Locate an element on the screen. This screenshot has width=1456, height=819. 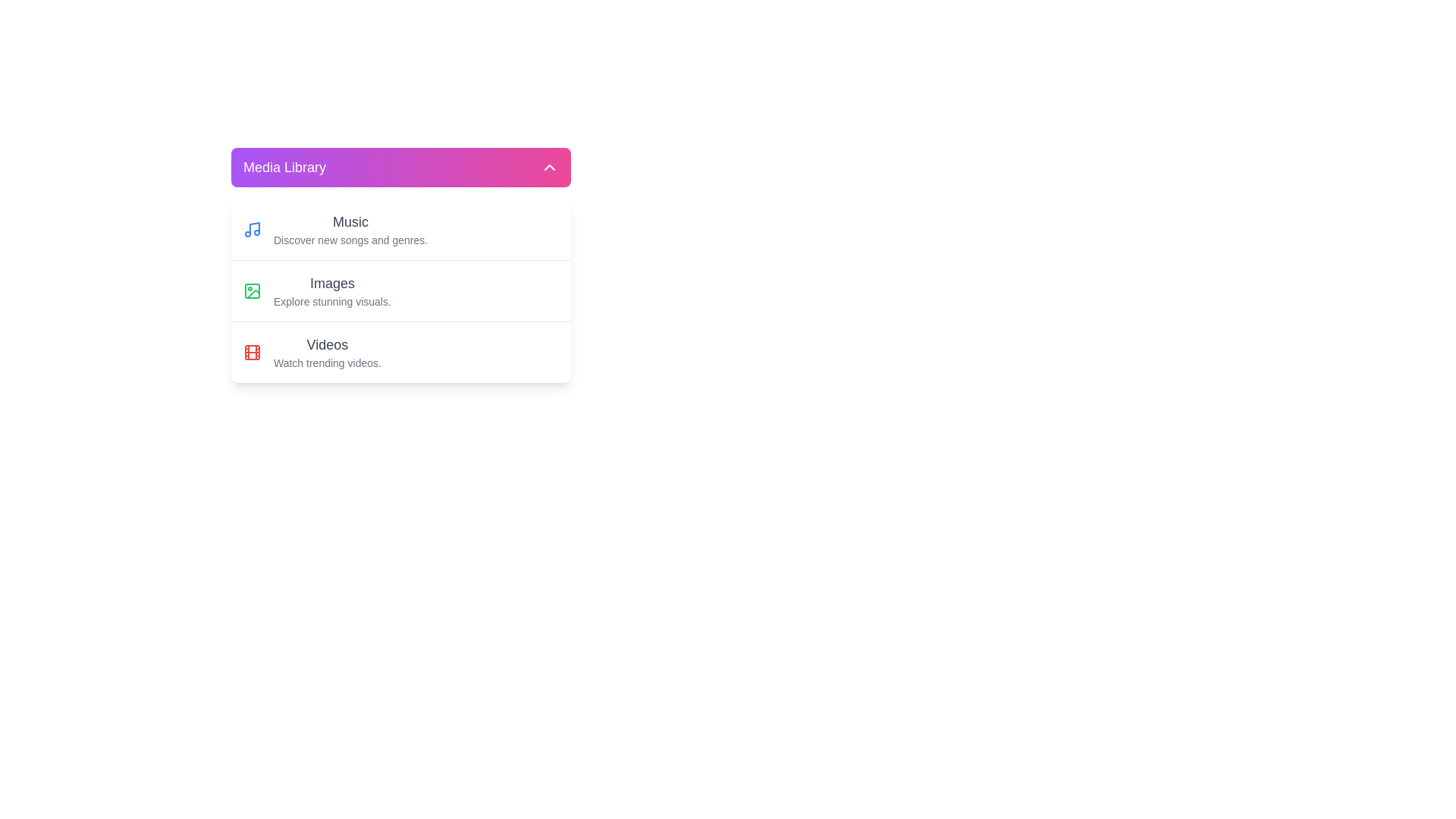
the Decorative icon rectangle, which is a red rectangular shape with rounded corners representing a film reel, located near the bottom of the list for the 'Videos' entry is located at coordinates (252, 353).